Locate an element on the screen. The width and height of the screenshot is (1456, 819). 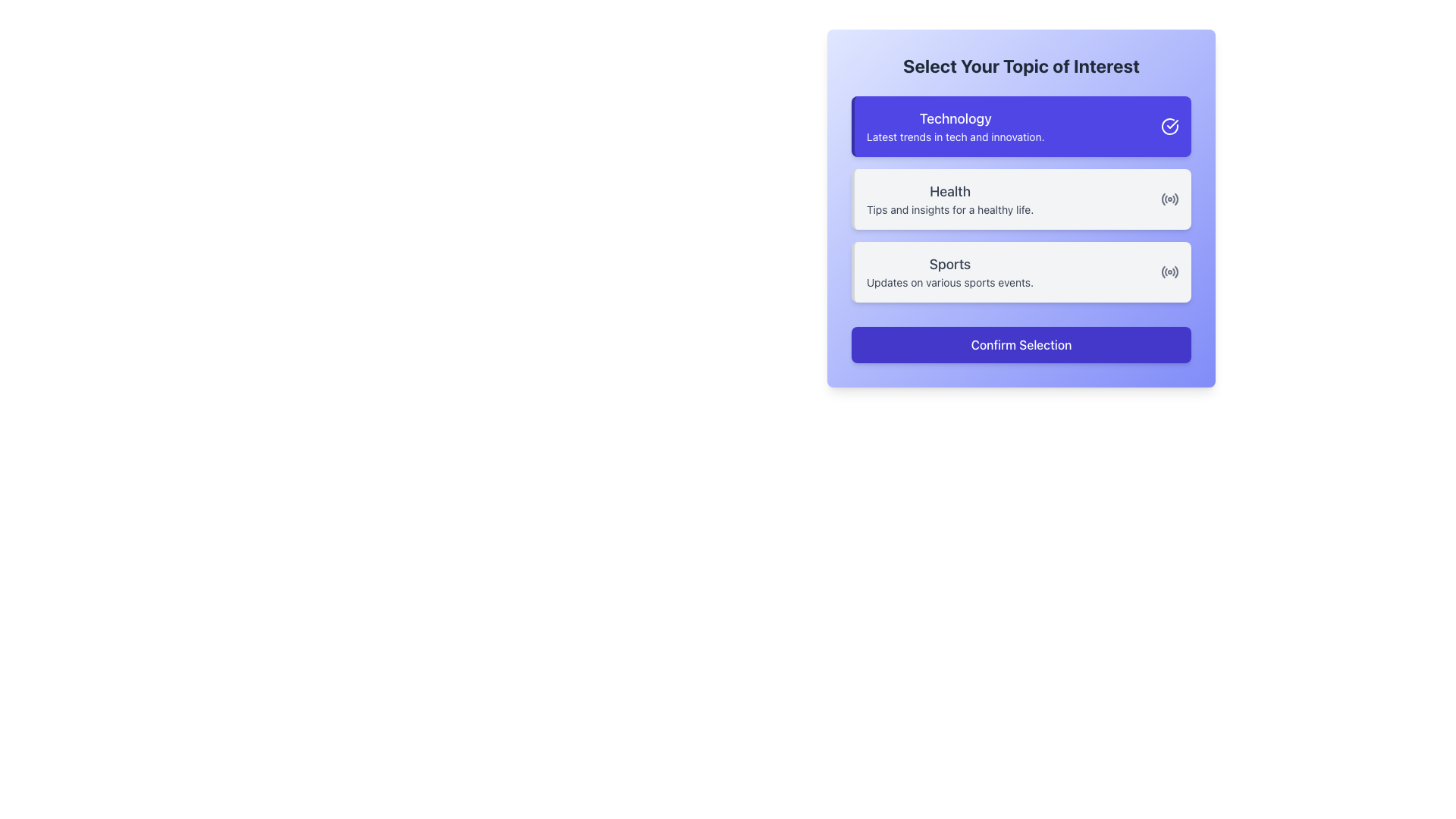
the 'Health' text block, which is the second option in a vertical list of categories, located centrally within a card-like section is located at coordinates (949, 198).